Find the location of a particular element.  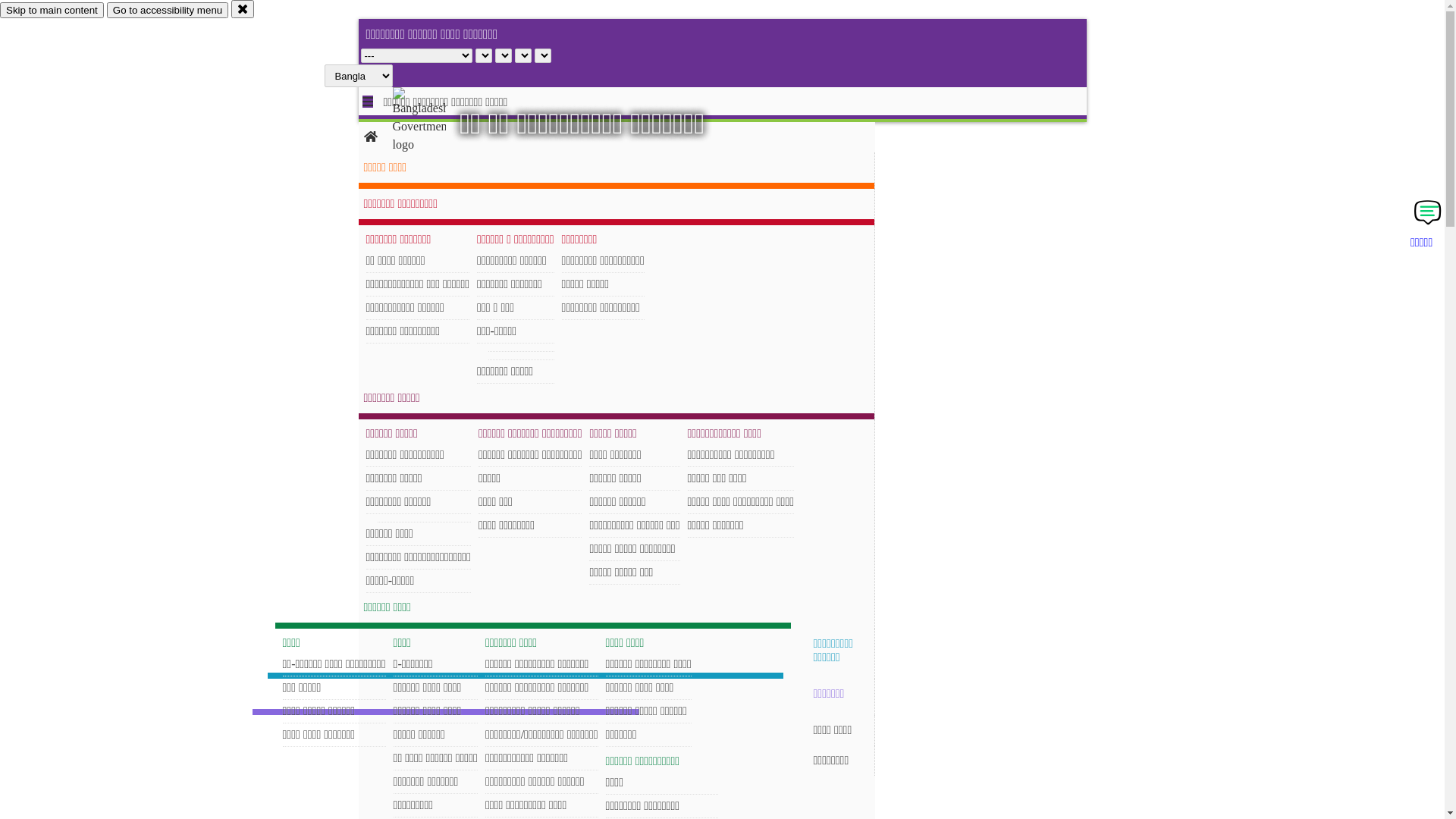

' is located at coordinates (431, 119).